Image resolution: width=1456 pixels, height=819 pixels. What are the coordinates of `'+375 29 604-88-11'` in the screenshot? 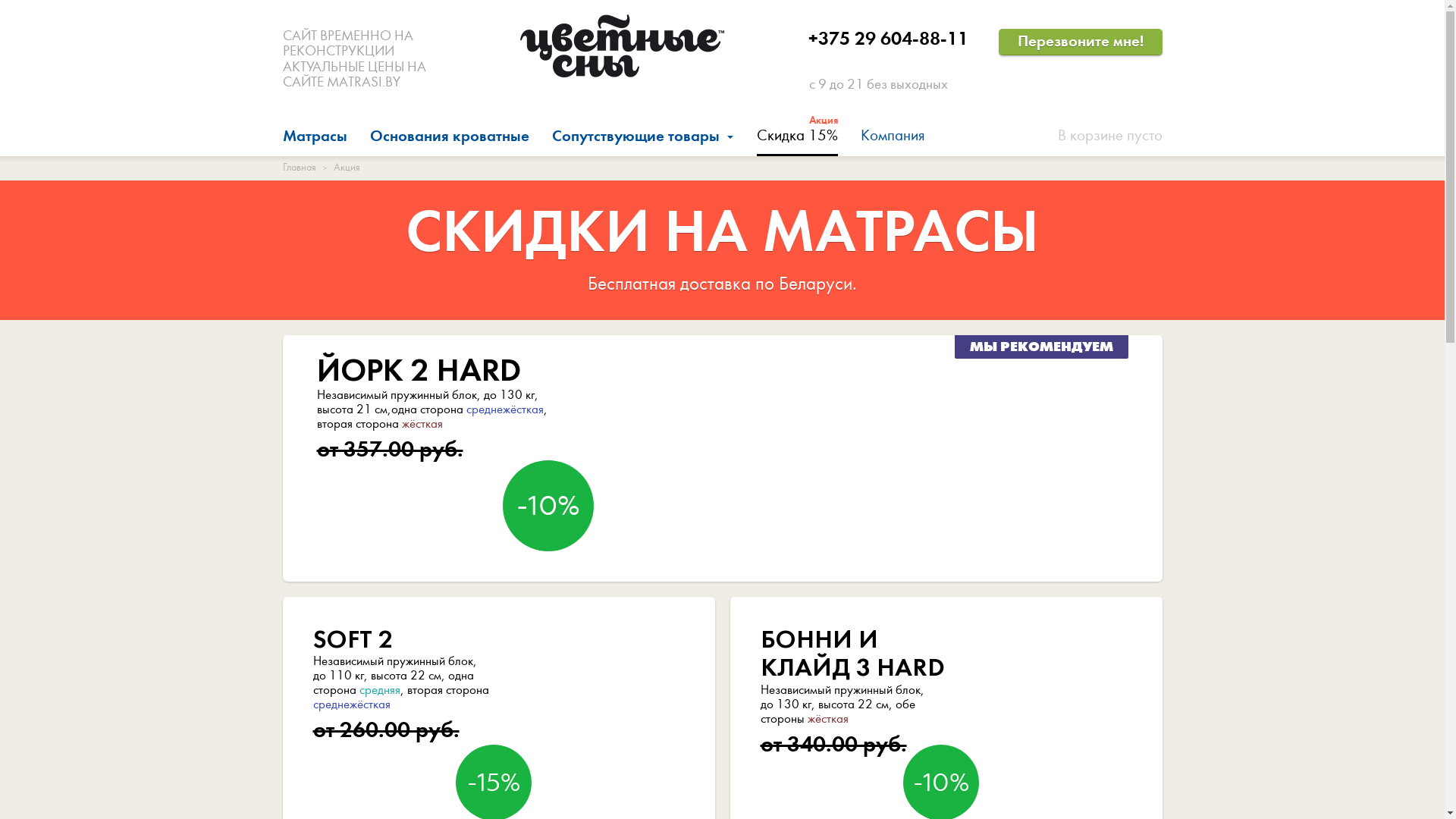 It's located at (807, 39).